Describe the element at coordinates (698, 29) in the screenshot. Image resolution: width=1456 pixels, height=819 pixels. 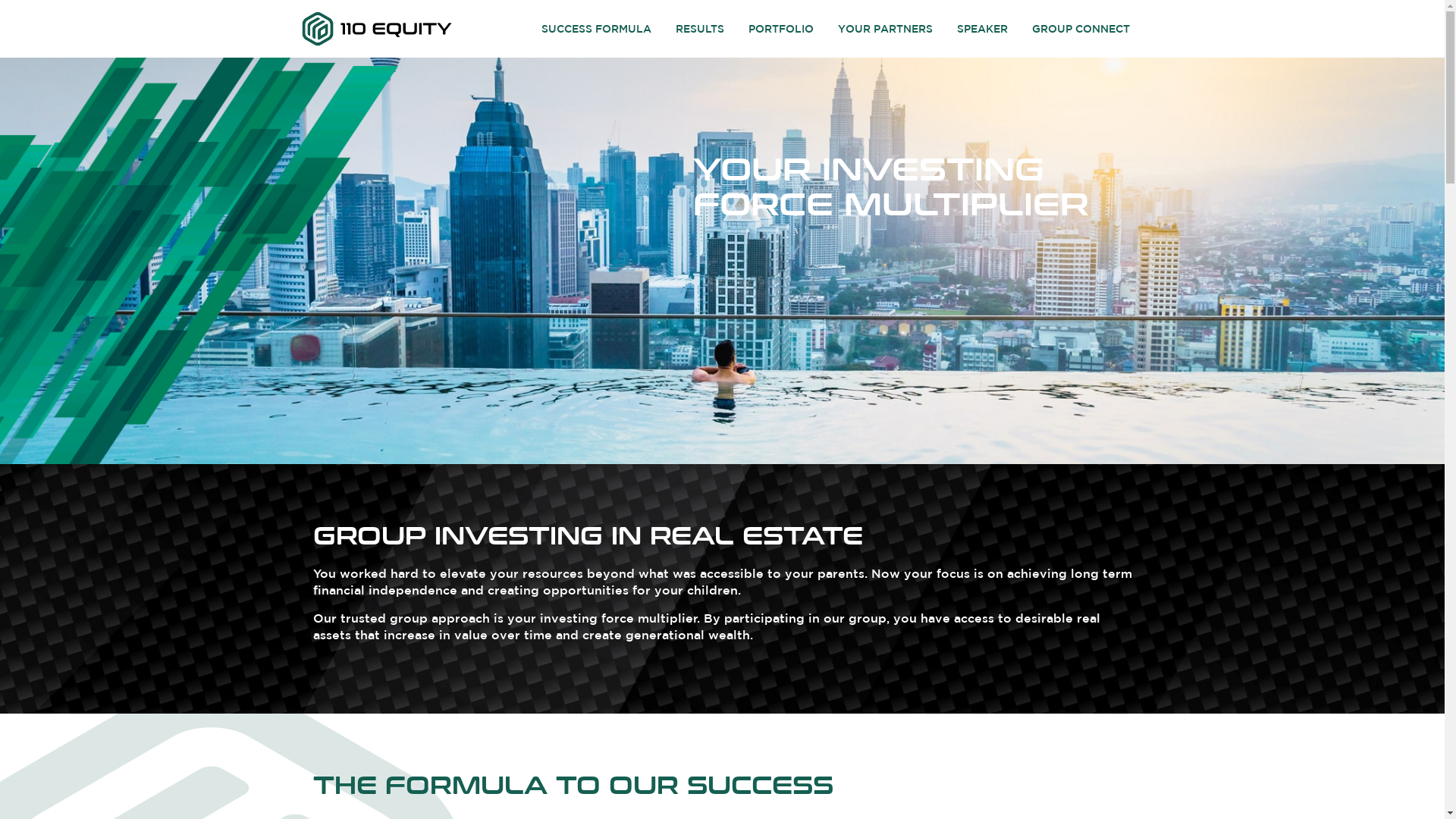
I see `'RESULTS'` at that location.